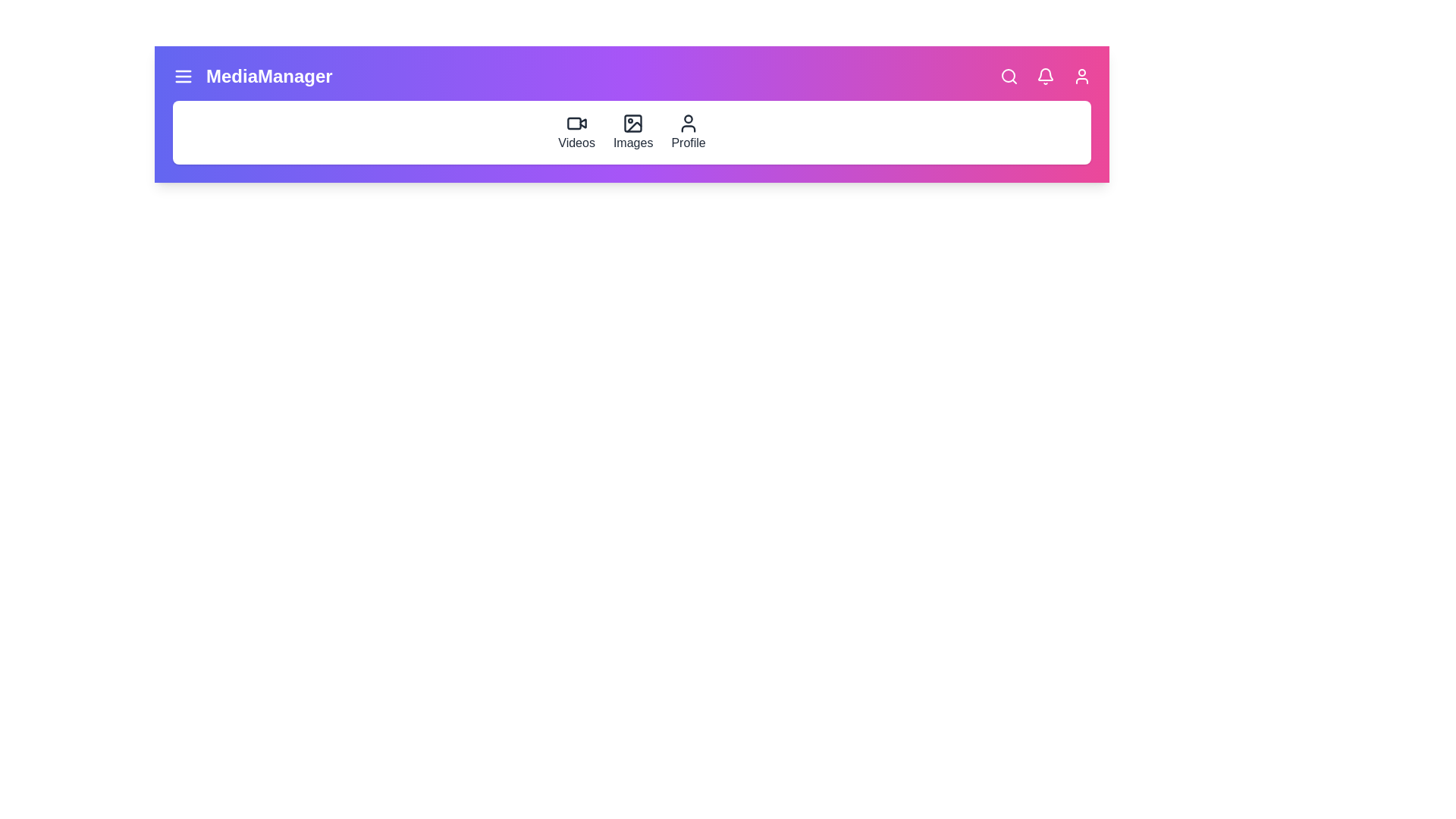  I want to click on the 'Videos' section in the navigation bar, so click(575, 131).